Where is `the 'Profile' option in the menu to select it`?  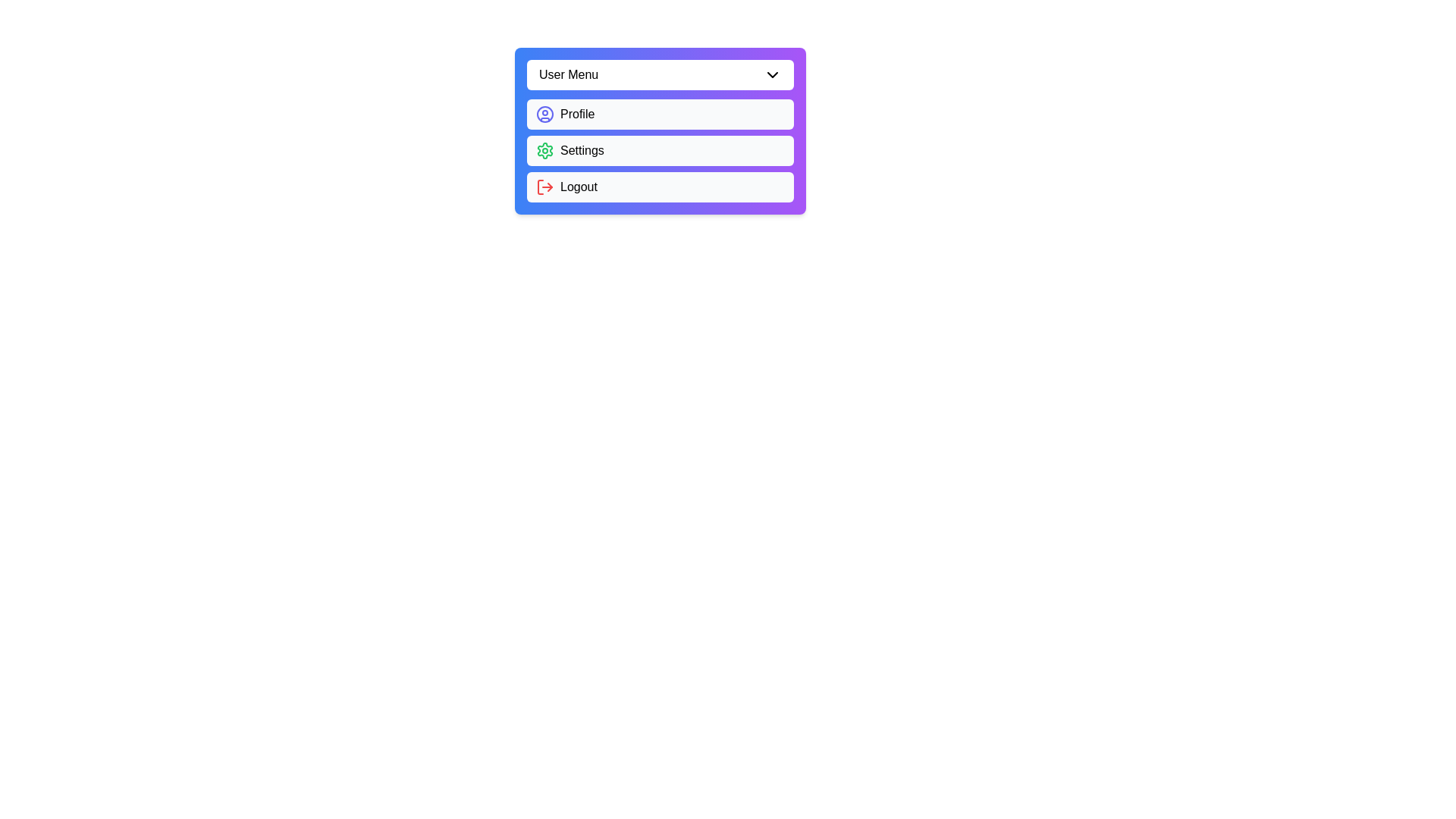 the 'Profile' option in the menu to select it is located at coordinates (660, 113).